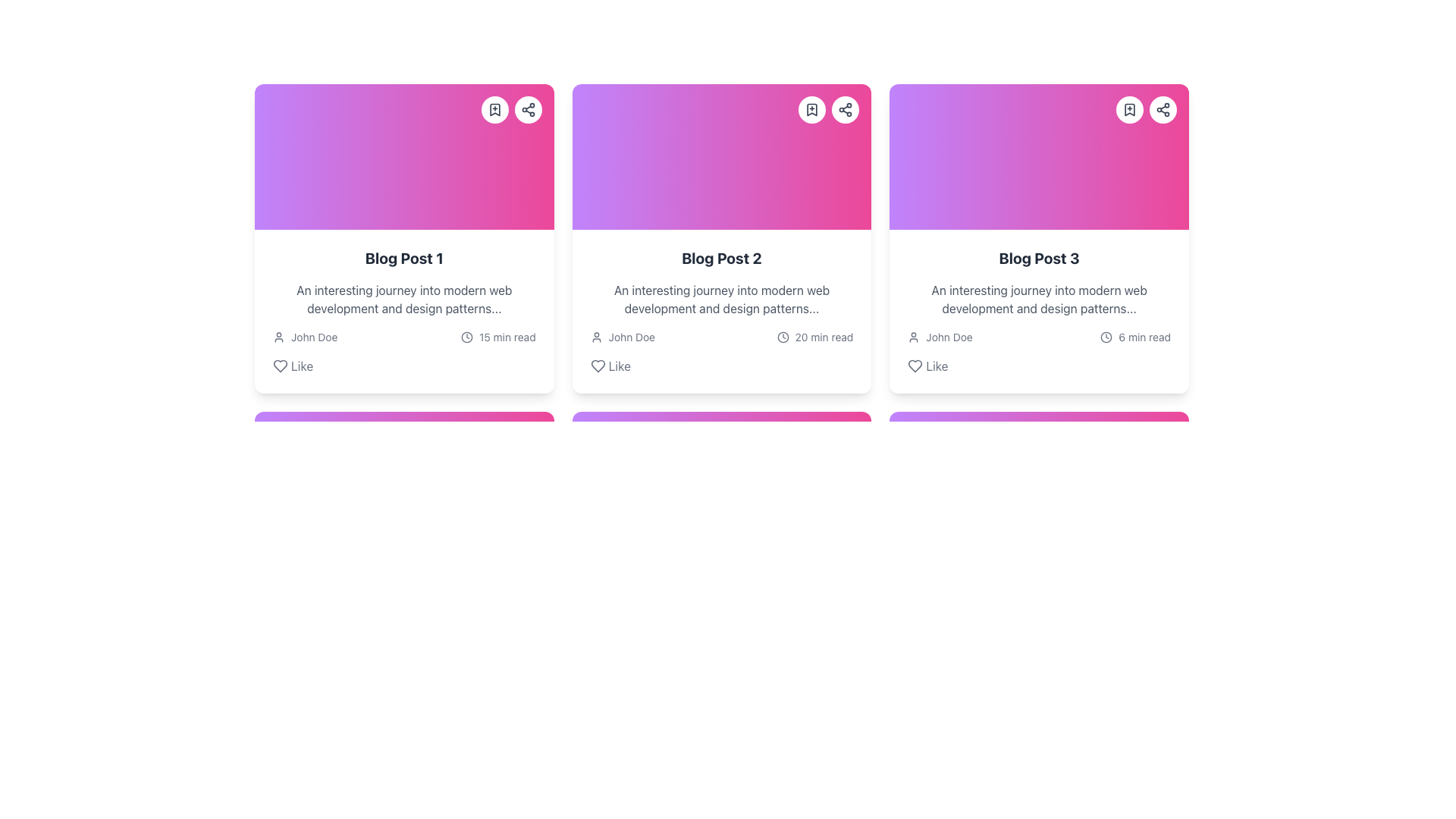 This screenshot has width=1456, height=819. What do you see at coordinates (293, 366) in the screenshot?
I see `the 'Like' button located at the bottom of the 'Blog Post 1' card to indicate preference for the content` at bounding box center [293, 366].